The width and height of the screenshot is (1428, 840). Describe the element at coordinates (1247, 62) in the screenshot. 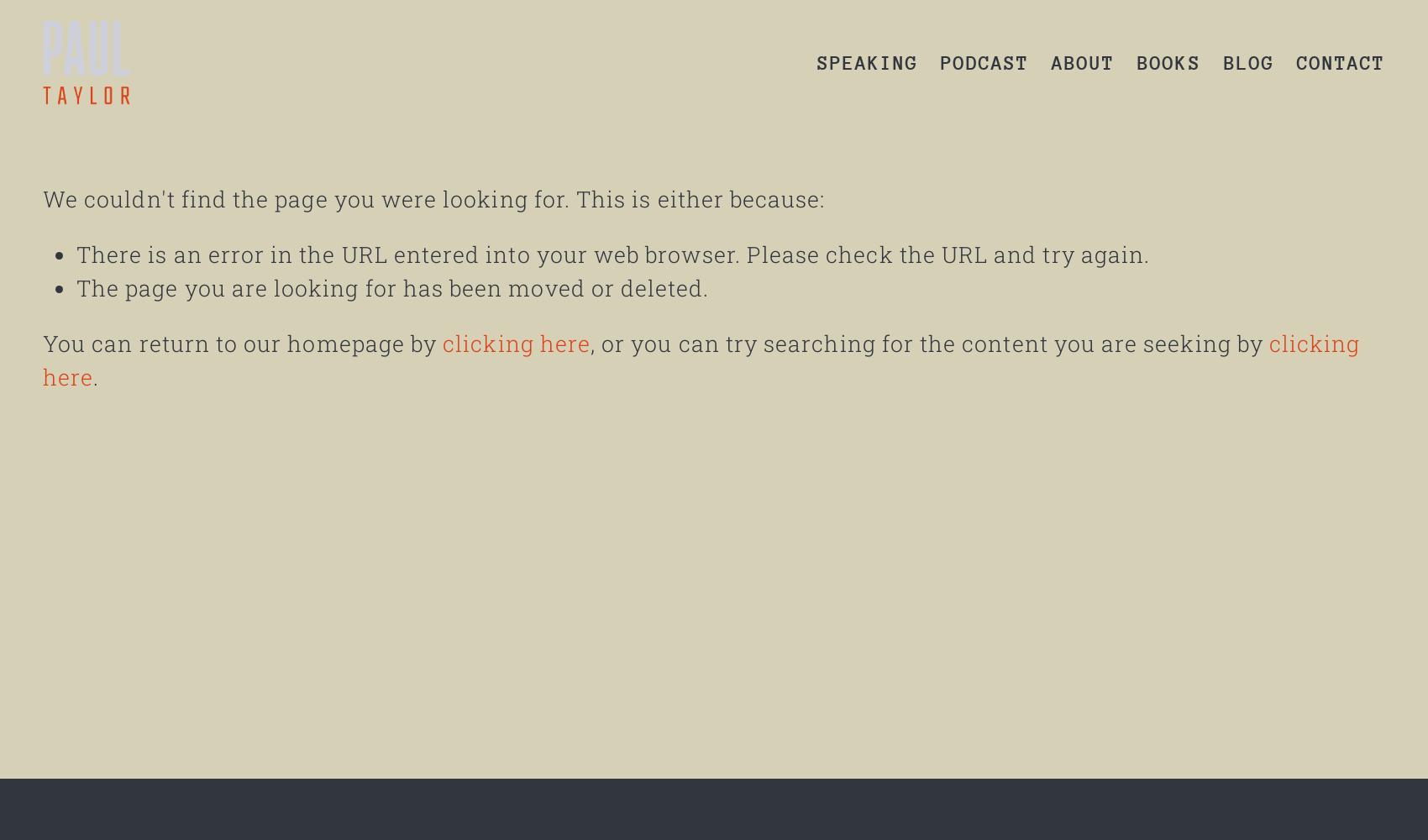

I see `'BLOG'` at that location.